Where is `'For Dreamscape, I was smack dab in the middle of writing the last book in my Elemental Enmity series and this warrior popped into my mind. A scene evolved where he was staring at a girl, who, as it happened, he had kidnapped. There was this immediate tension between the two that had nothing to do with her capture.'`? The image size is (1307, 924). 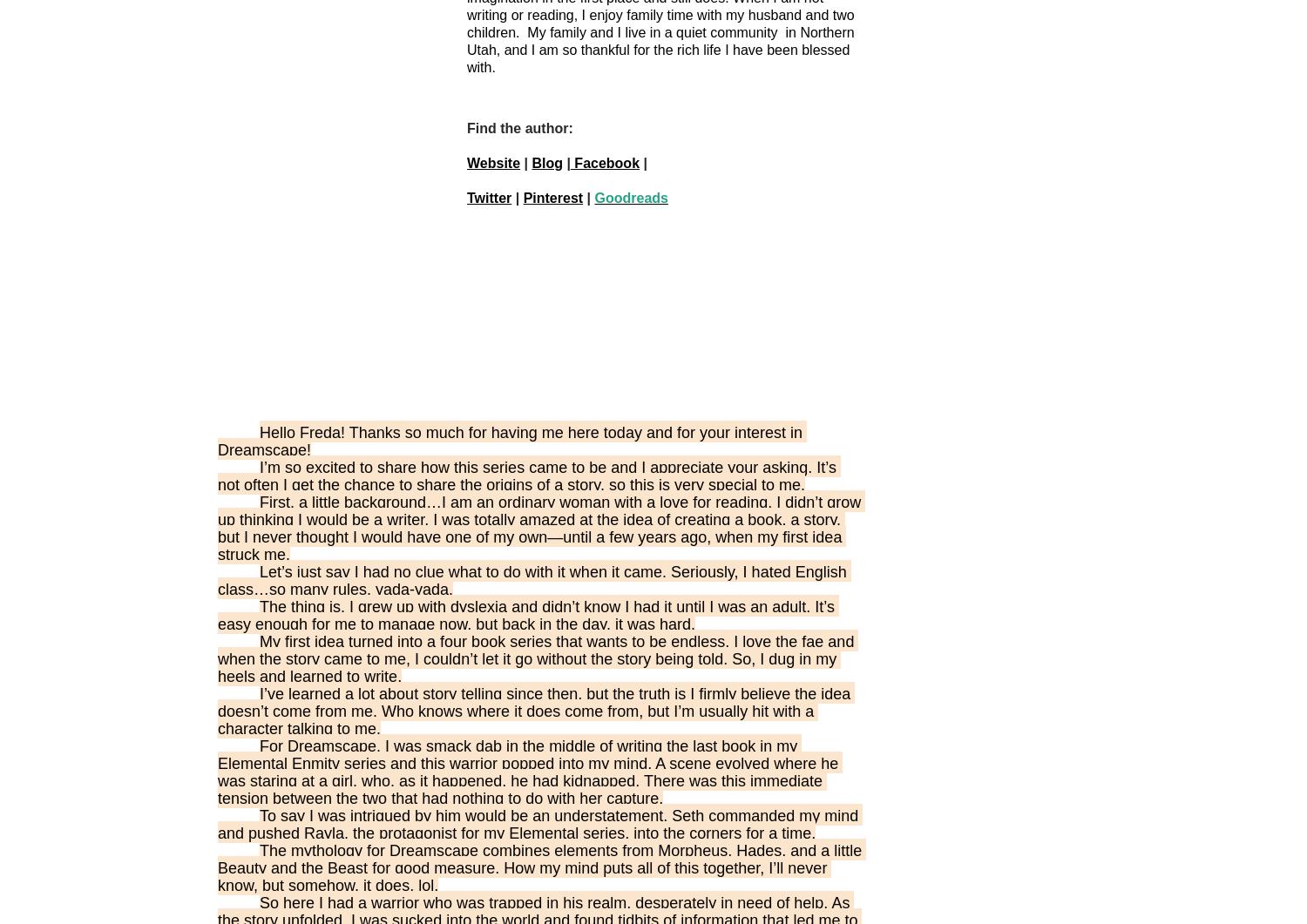 'For Dreamscape, I was smack dab in the middle of writing the last book in my Elemental Enmity series and this warrior popped into my mind. A scene evolved where he was staring at a girl, who, as it happened, he had kidnapped. There was this immediate tension between the two that had nothing to do with her capture.' is located at coordinates (529, 771).